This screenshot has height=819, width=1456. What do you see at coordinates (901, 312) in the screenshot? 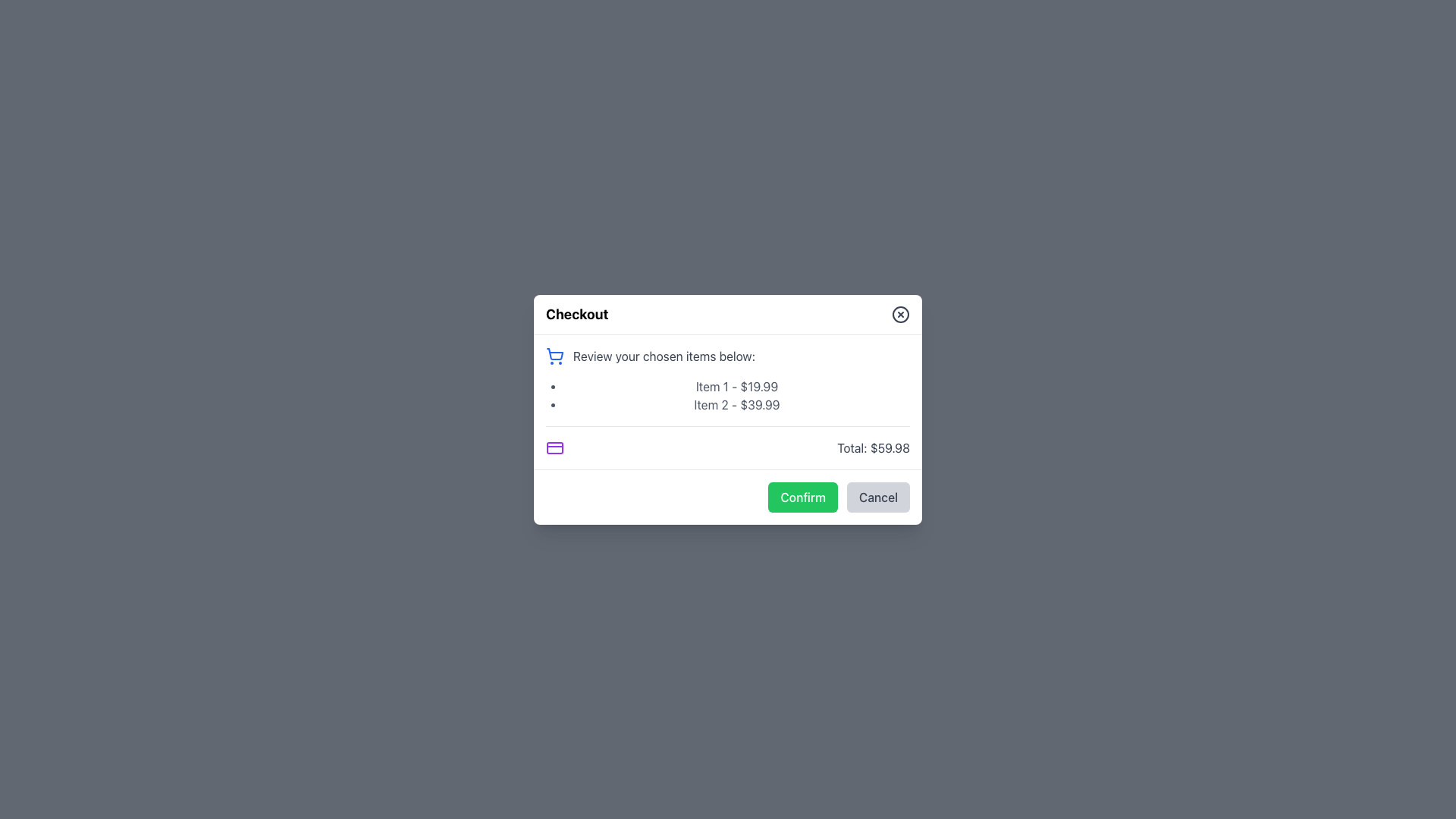
I see `the circular SVG element that is part of the 'Close' icon located at the top-right corner of the modal dialog window` at bounding box center [901, 312].